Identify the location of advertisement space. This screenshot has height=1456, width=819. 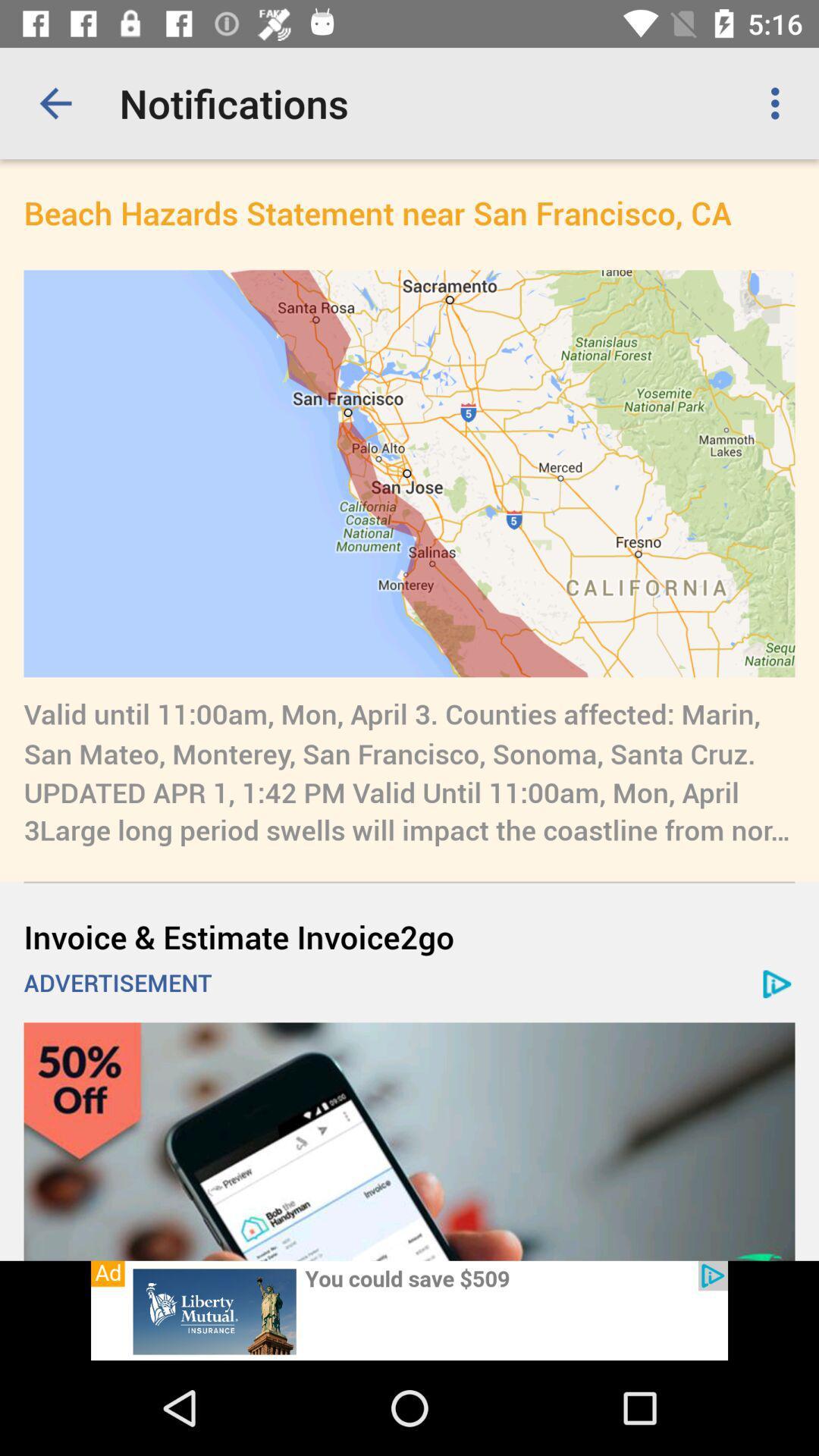
(409, 1310).